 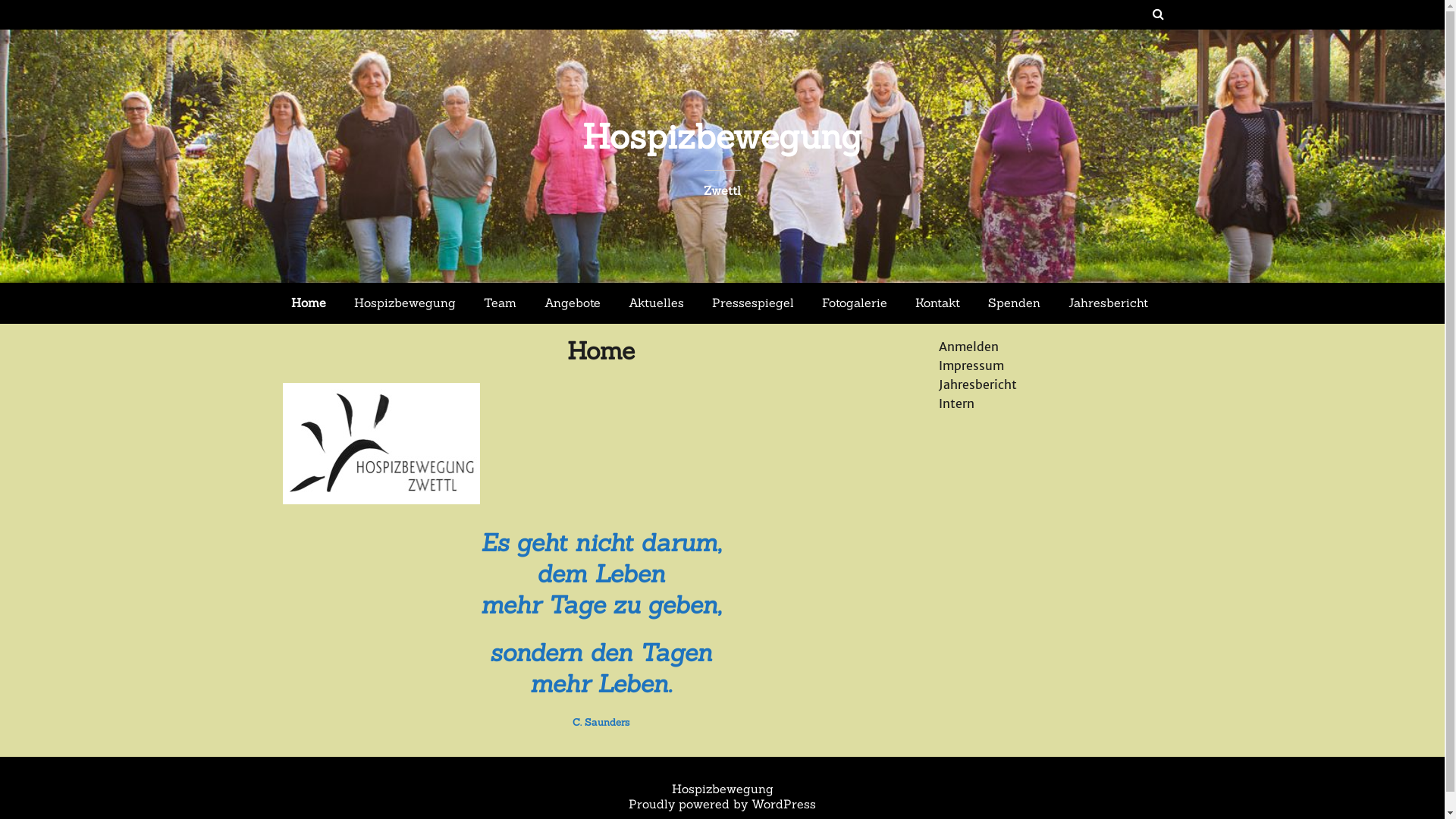 What do you see at coordinates (1014, 303) in the screenshot?
I see `'Spenden'` at bounding box center [1014, 303].